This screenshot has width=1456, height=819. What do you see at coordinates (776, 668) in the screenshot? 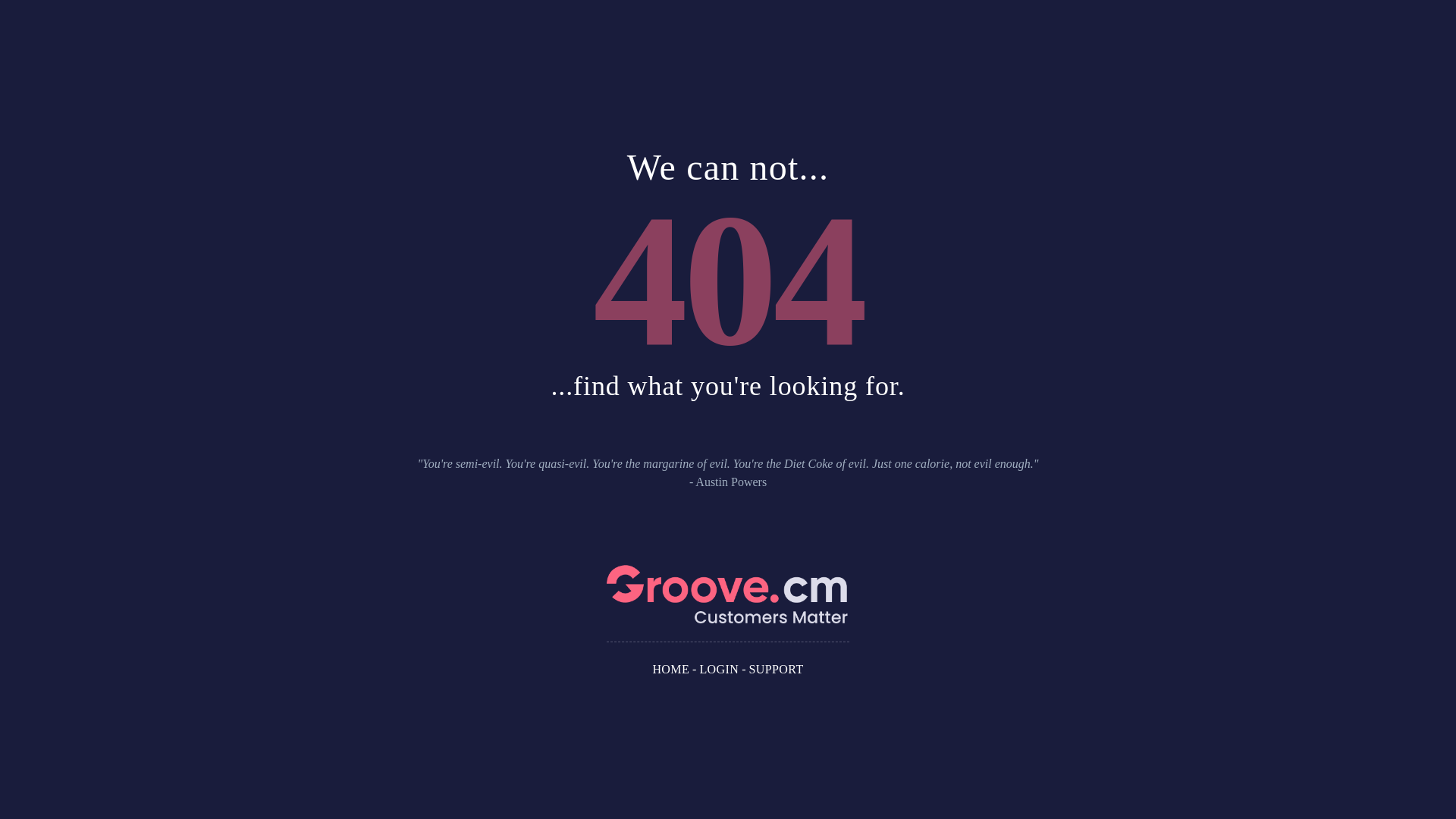
I see `'SUPPORT'` at bounding box center [776, 668].